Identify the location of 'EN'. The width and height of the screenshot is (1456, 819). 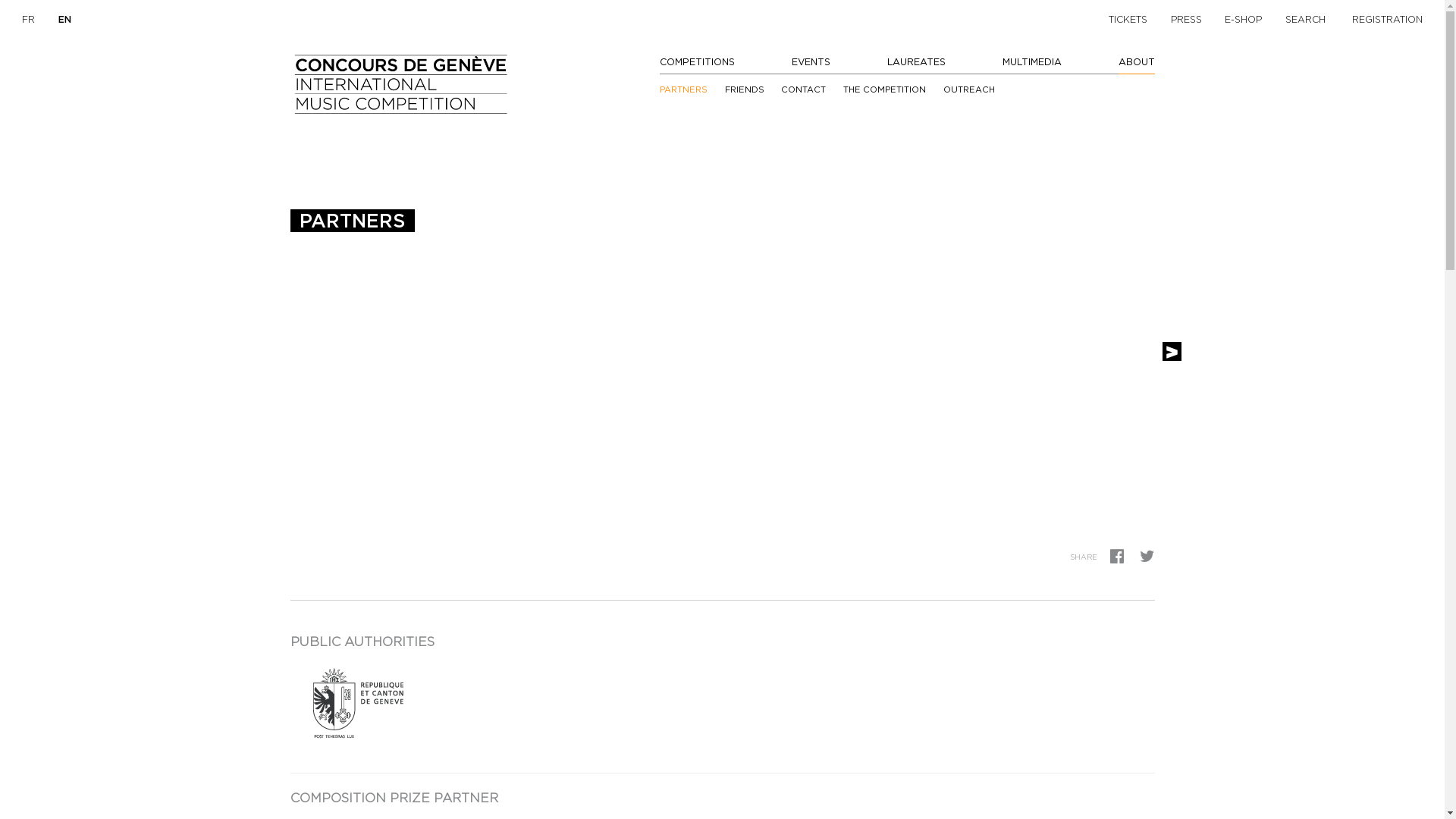
(64, 19).